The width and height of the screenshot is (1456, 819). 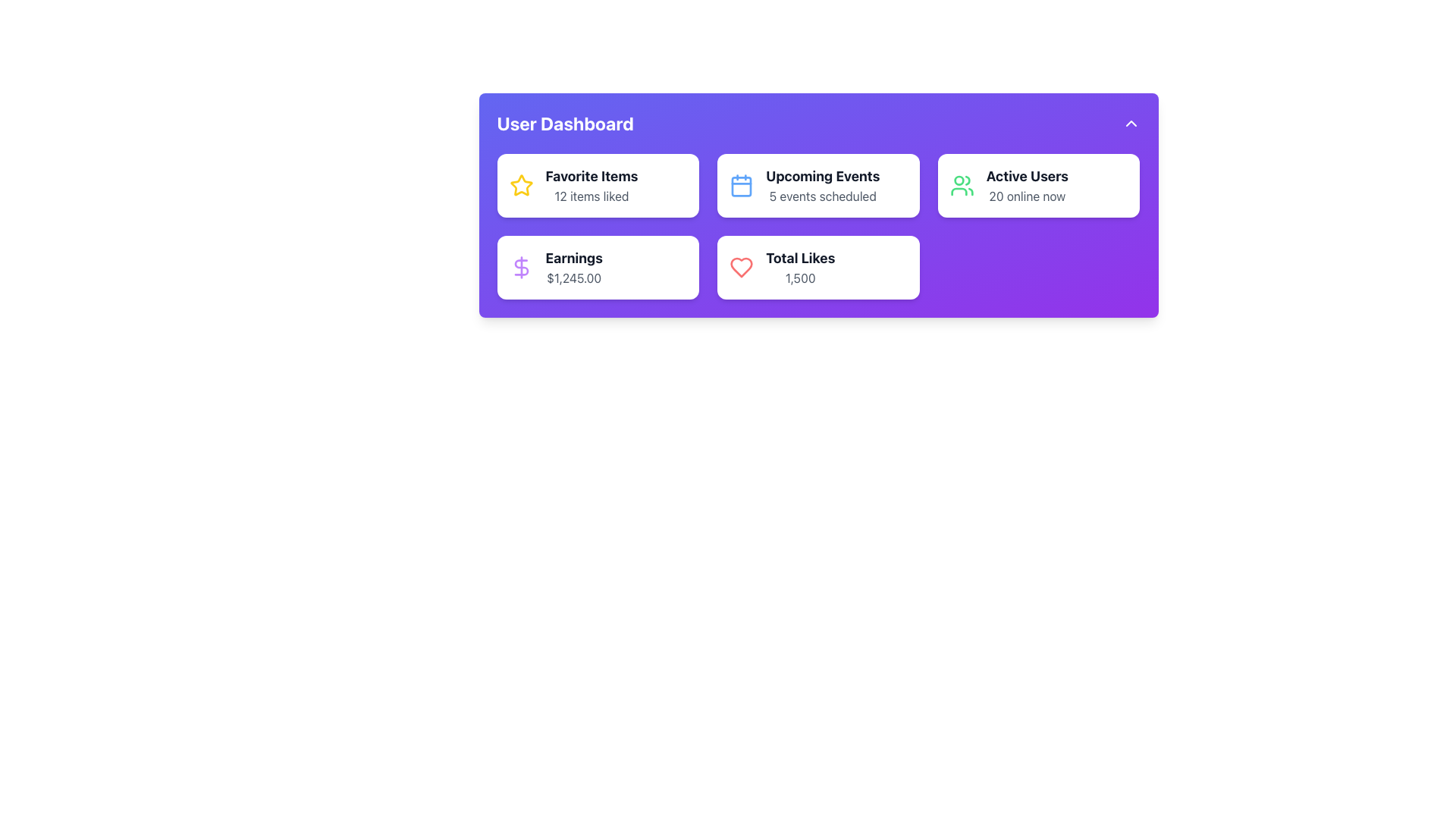 I want to click on the static text displaying '20 online now' in light gray color, located below 'Active Users' in the right column of the dashboard interface, so click(x=1027, y=195).